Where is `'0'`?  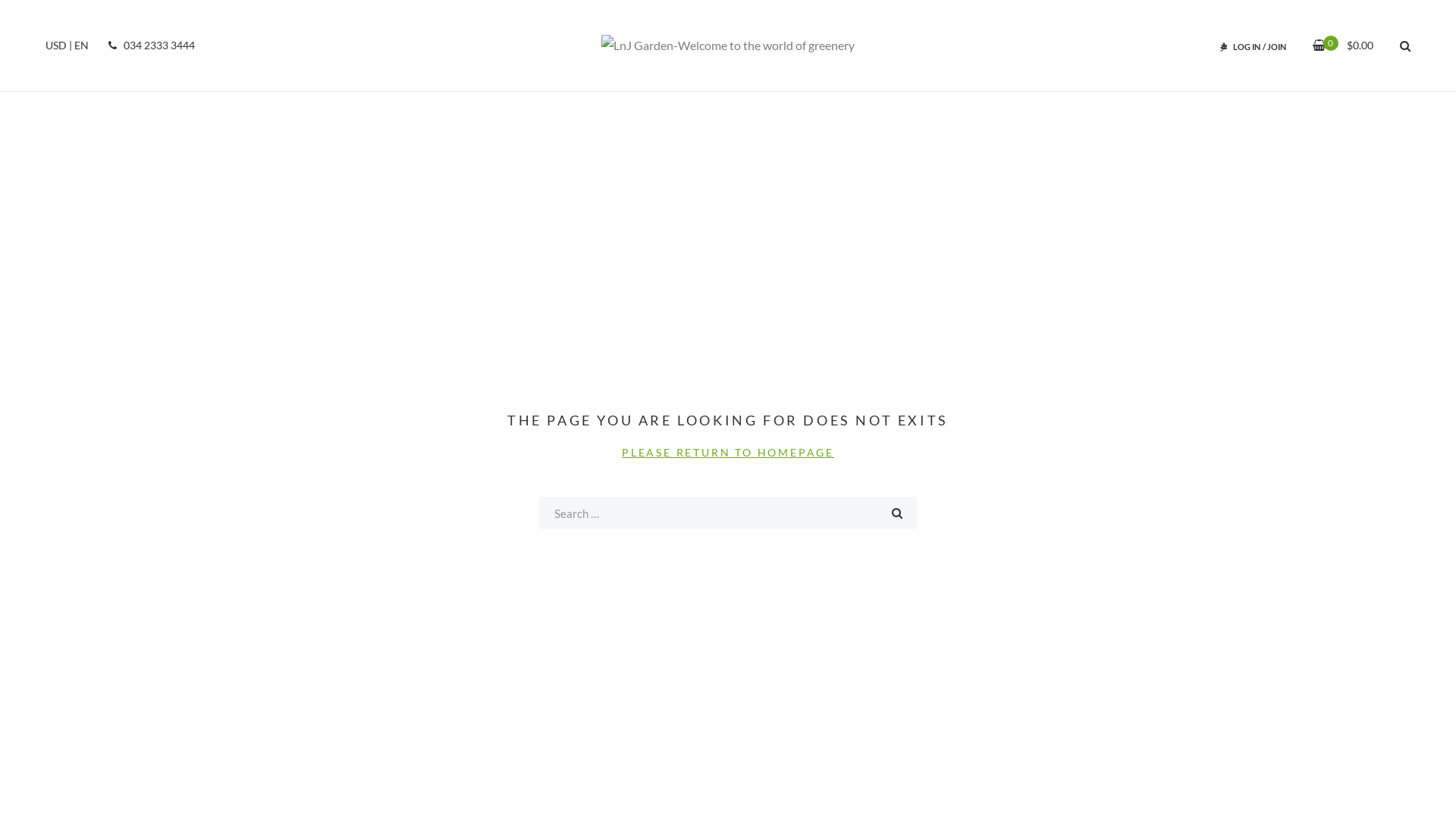 '0' is located at coordinates (1318, 44).